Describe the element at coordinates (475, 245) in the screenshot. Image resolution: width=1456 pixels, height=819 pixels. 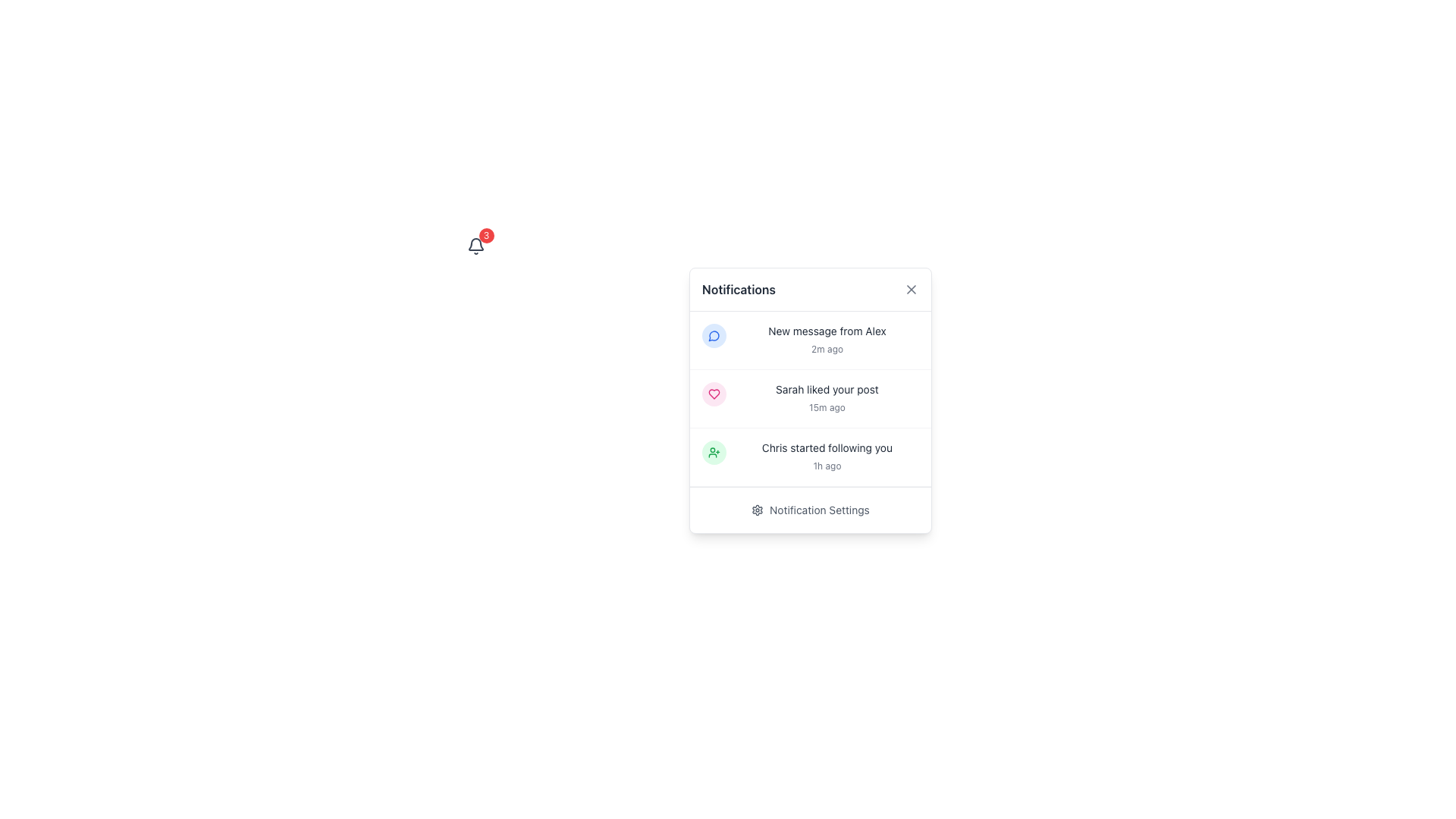
I see `the notification icon shaped like a bell, which has a red badge displaying the number '3'` at that location.